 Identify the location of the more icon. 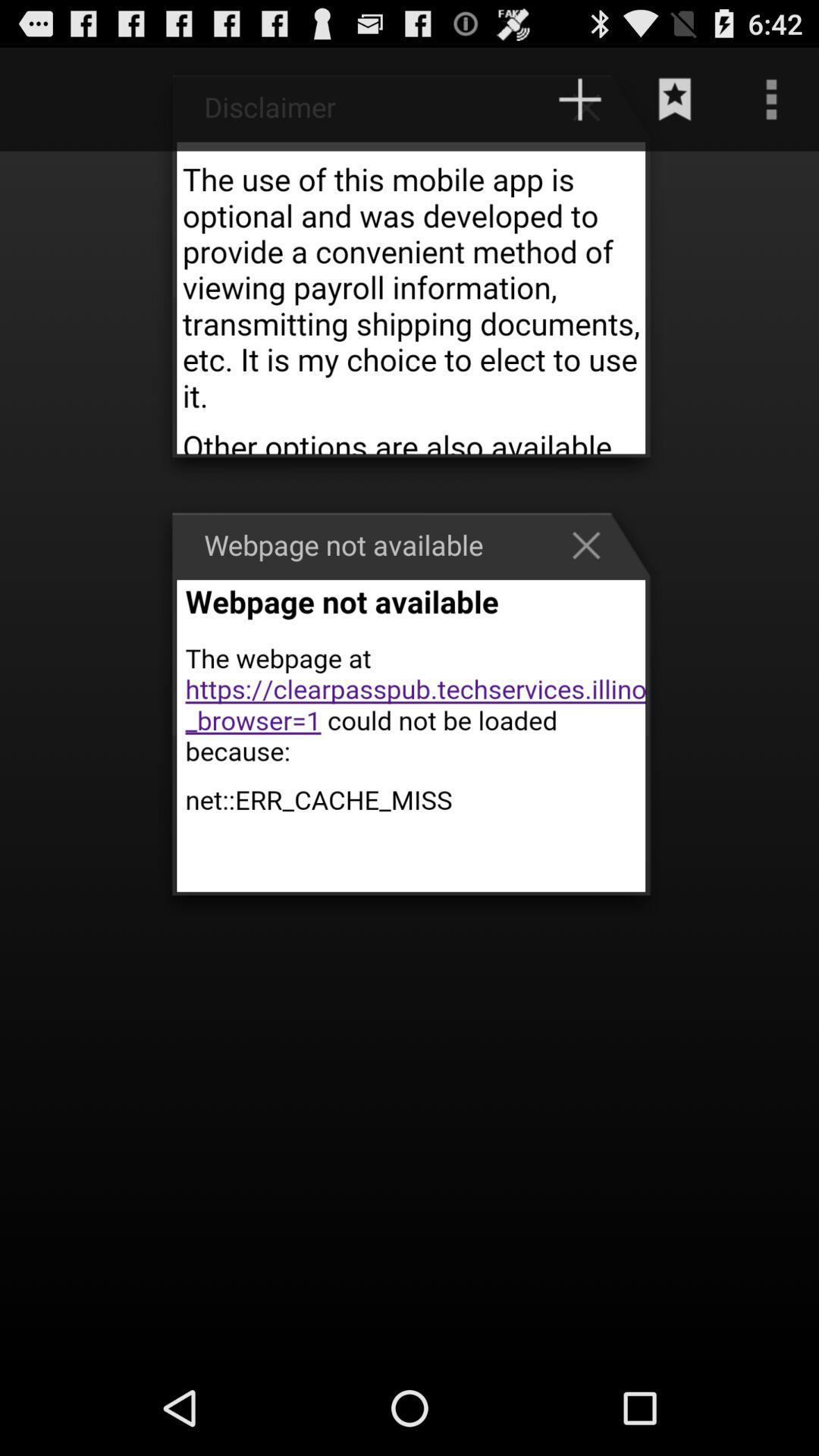
(771, 105).